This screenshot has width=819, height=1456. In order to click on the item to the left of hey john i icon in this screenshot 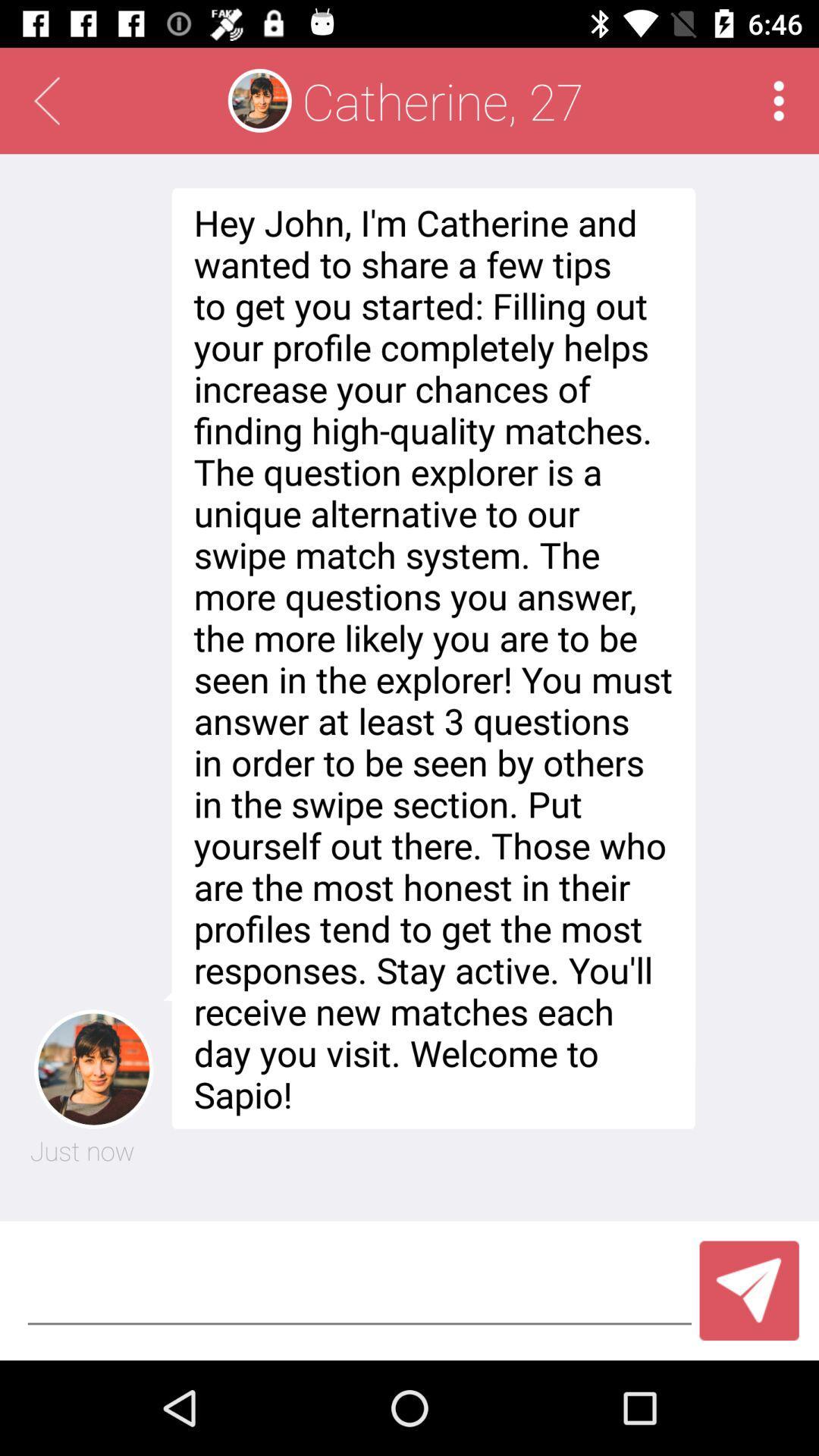, I will do `click(82, 1150)`.